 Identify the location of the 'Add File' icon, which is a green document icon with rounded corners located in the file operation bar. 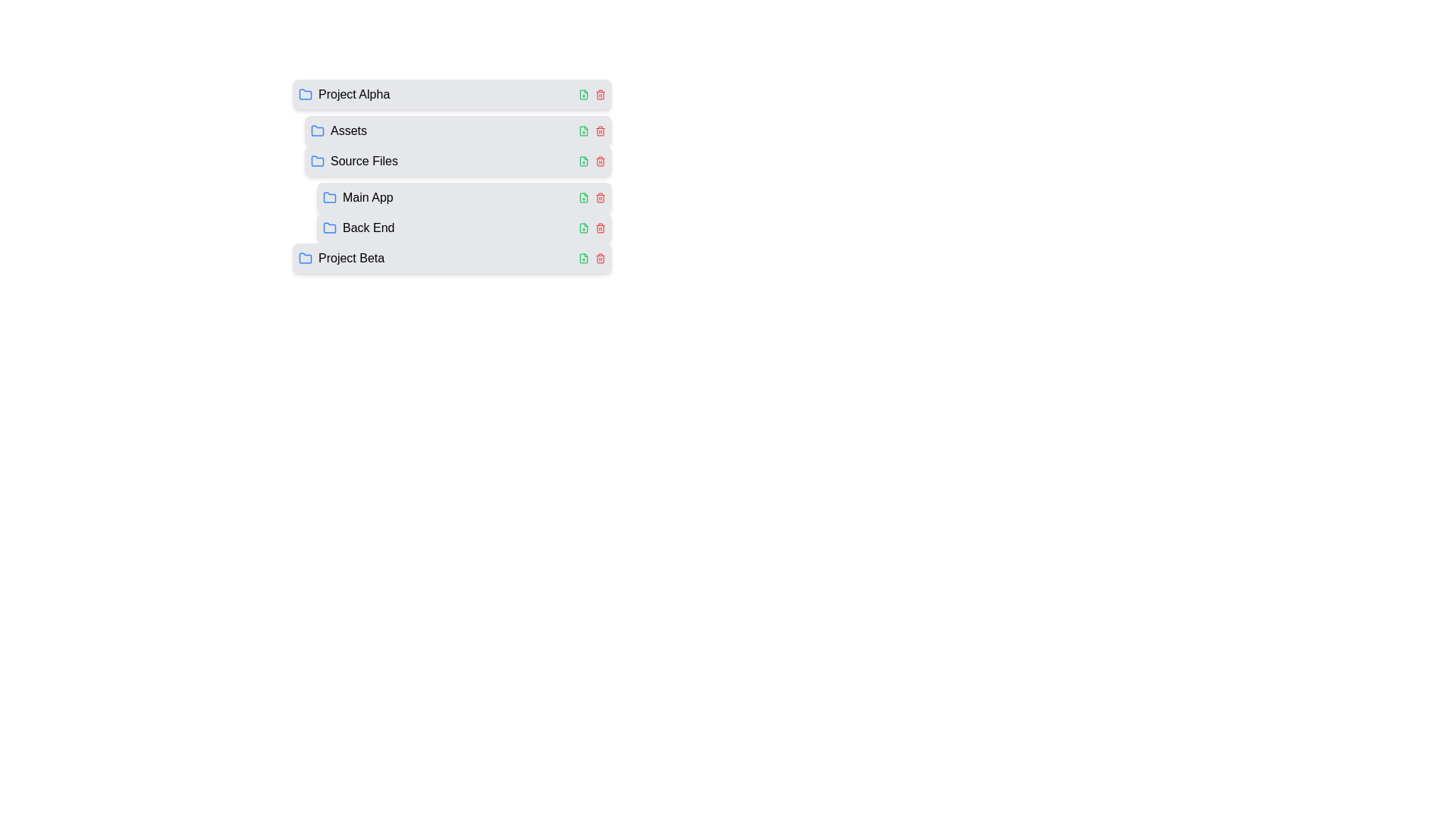
(582, 161).